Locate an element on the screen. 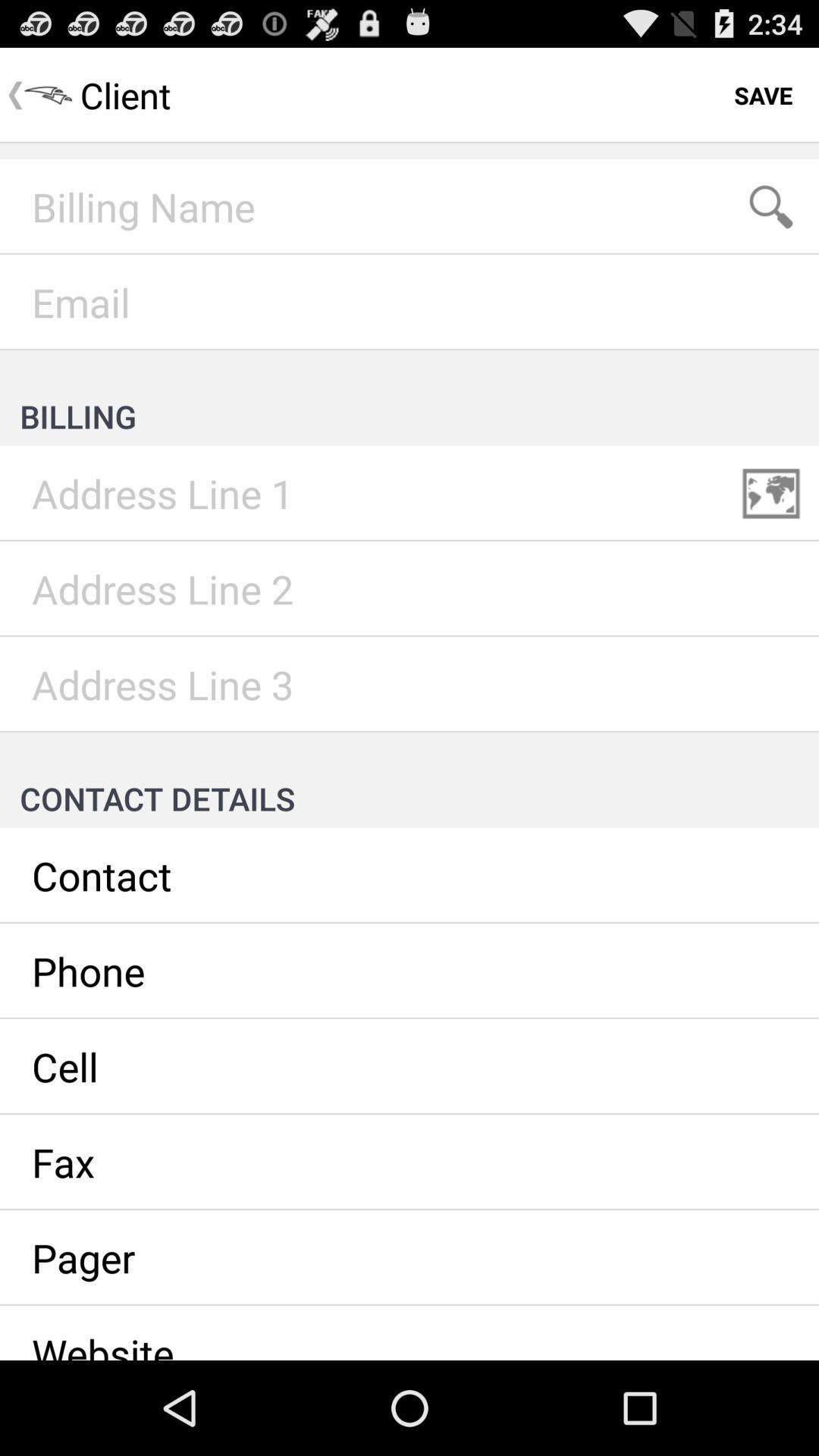 The width and height of the screenshot is (819, 1456). edit contact is located at coordinates (409, 876).